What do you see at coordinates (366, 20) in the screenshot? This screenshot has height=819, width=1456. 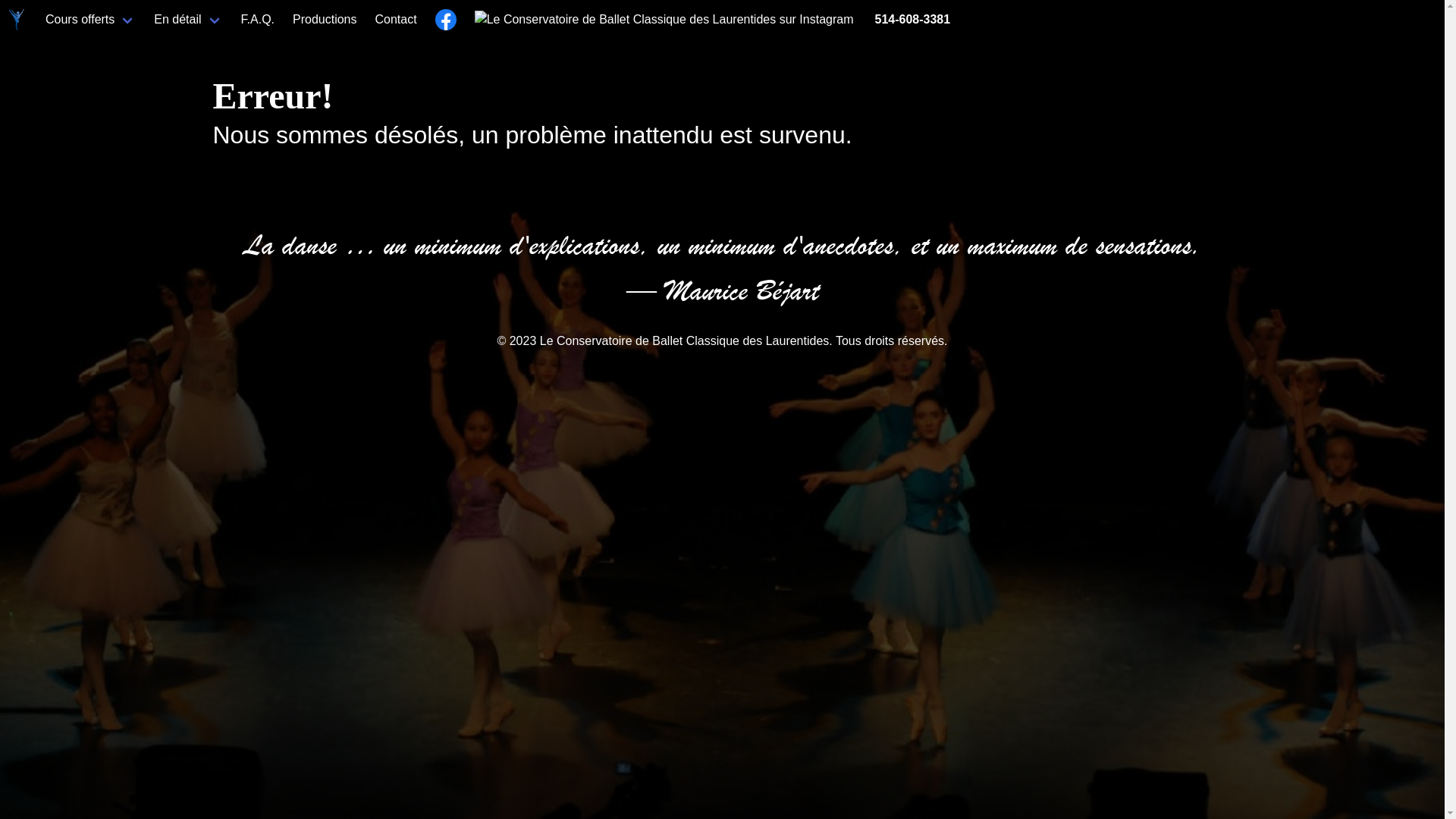 I see `'Contact'` at bounding box center [366, 20].